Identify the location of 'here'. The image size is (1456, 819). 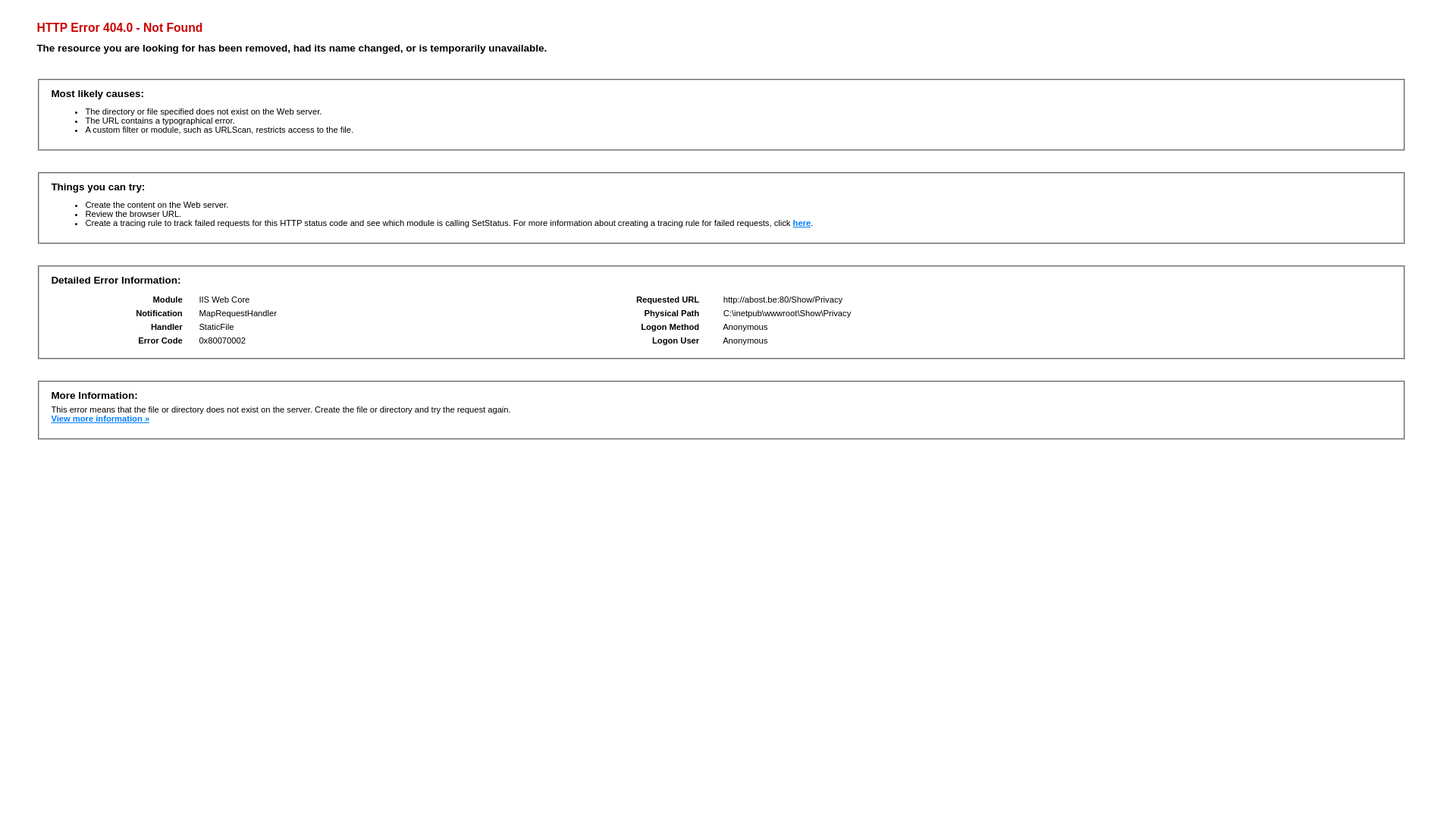
(801, 222).